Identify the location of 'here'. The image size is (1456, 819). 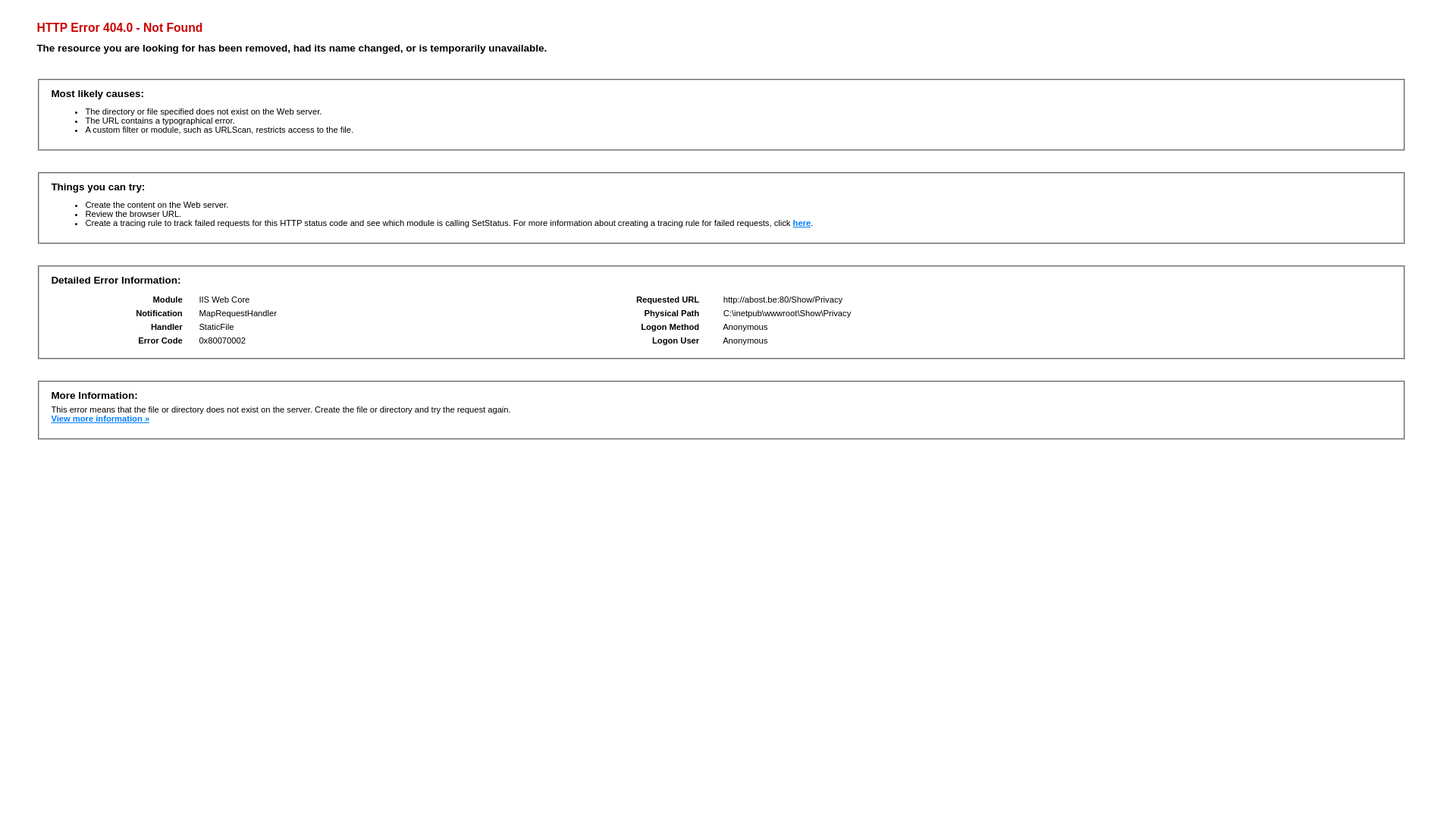
(801, 222).